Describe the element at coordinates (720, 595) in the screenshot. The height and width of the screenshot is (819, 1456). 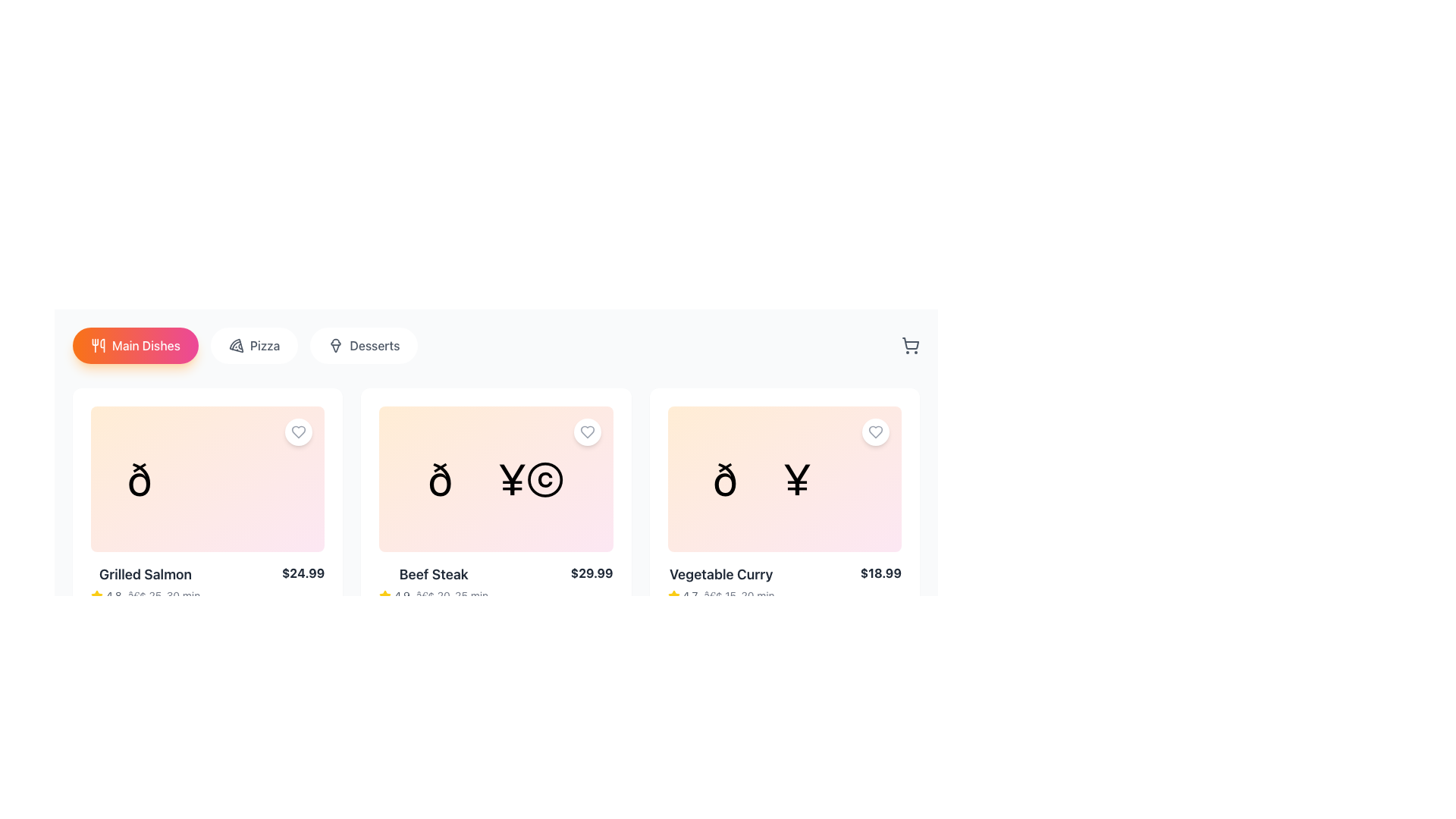
I see `the text label with icon that provides information about the rating and estimated preparation time for the item 'Vegetable Curry', located below its title within the card layout` at that location.